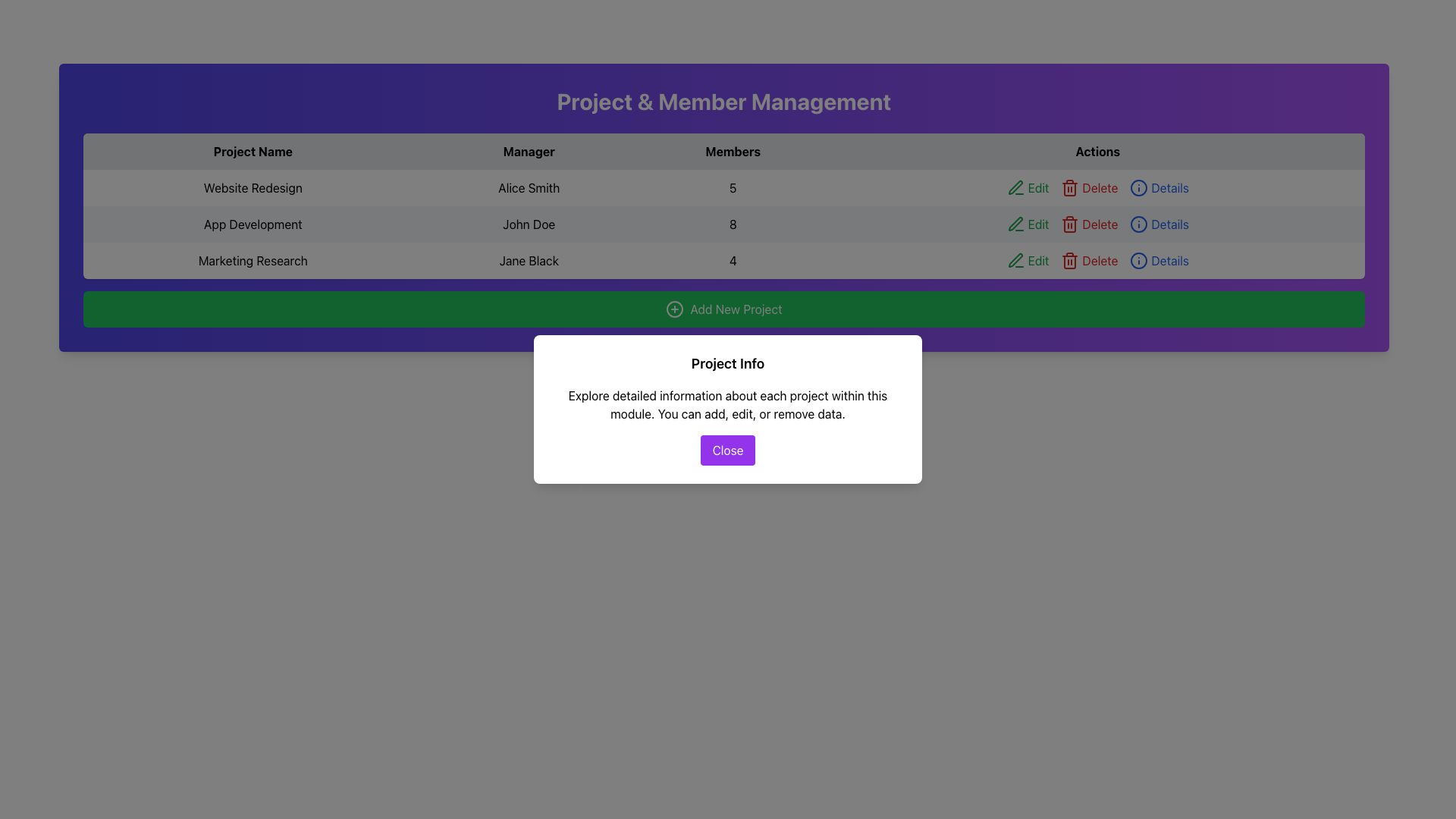  Describe the element at coordinates (733, 224) in the screenshot. I see `the text field displaying the number of members associated with the 'App Development' project, located in the third column of the second row under the 'Members' heading` at that location.